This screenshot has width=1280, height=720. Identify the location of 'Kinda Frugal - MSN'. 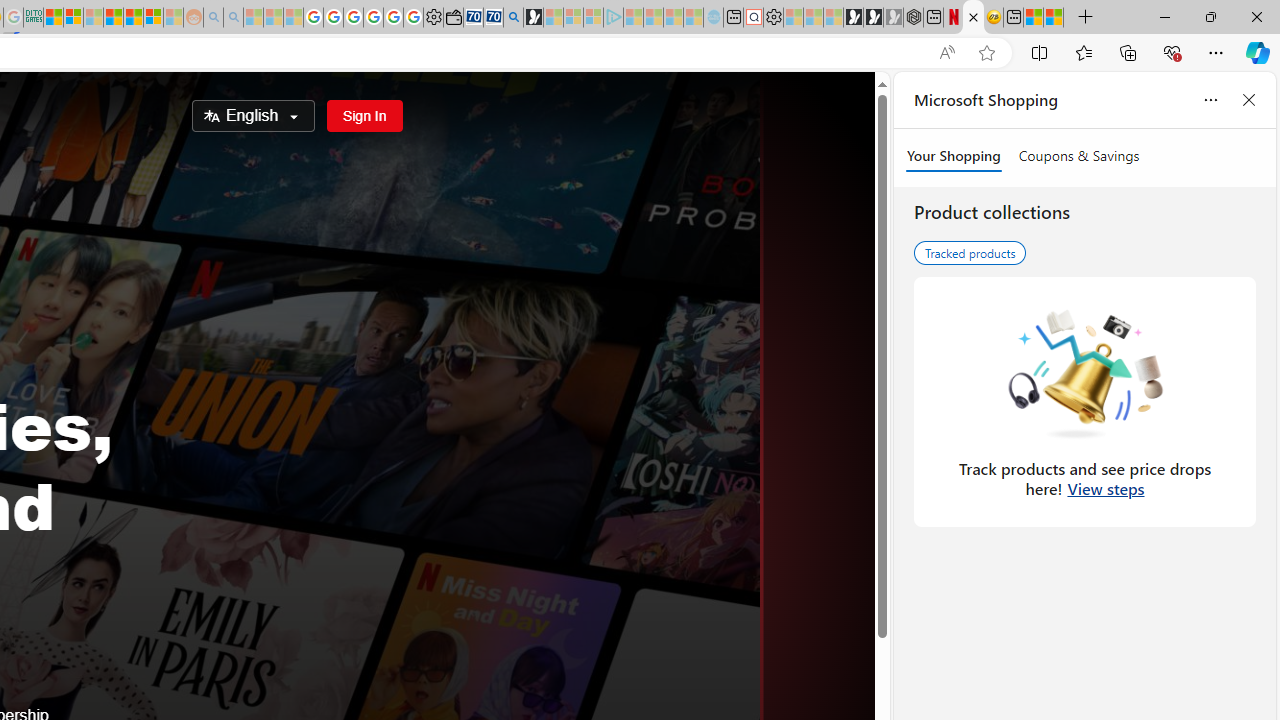
(132, 17).